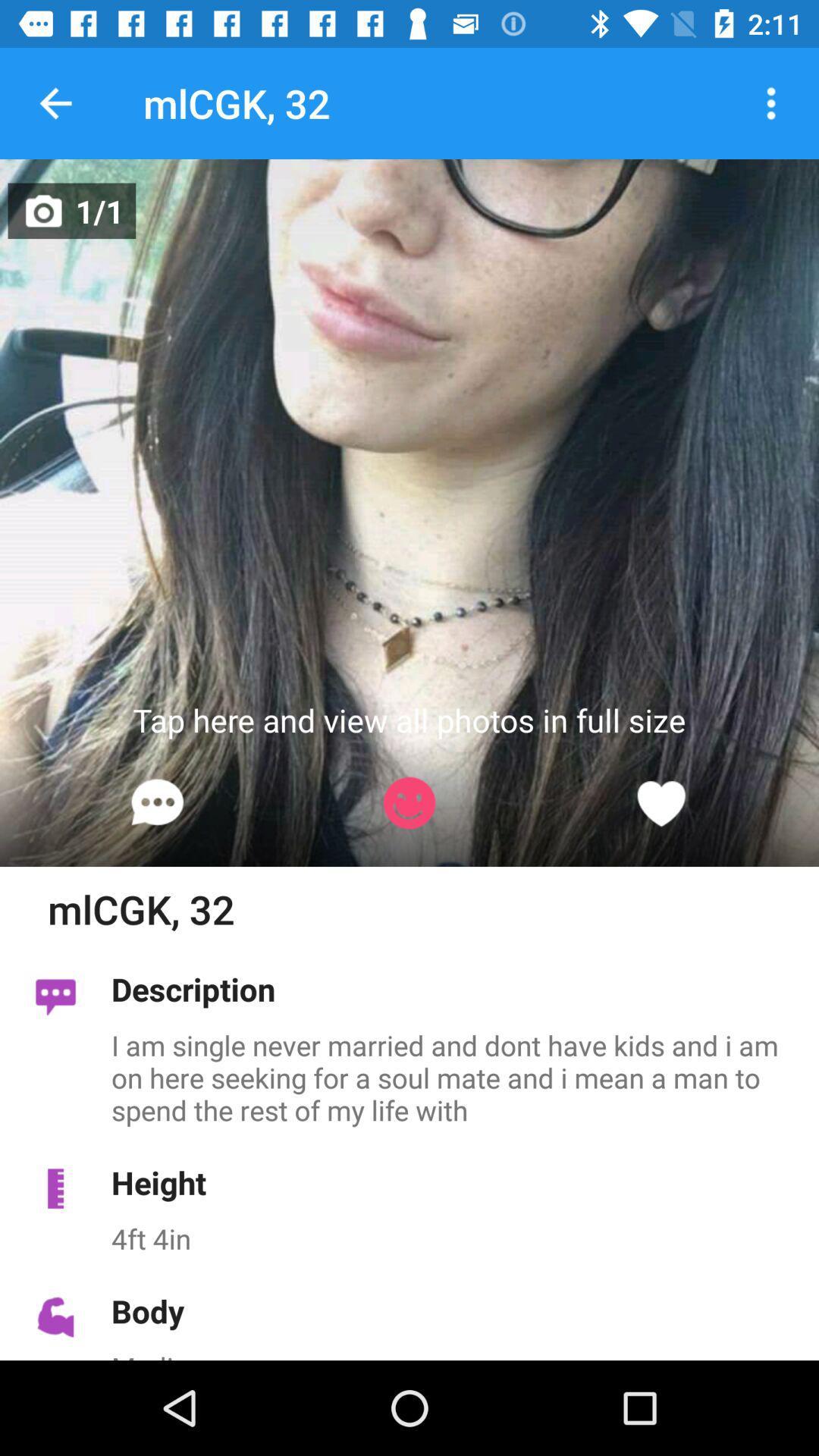 Image resolution: width=819 pixels, height=1456 pixels. What do you see at coordinates (456, 1077) in the screenshot?
I see `the icon above height` at bounding box center [456, 1077].